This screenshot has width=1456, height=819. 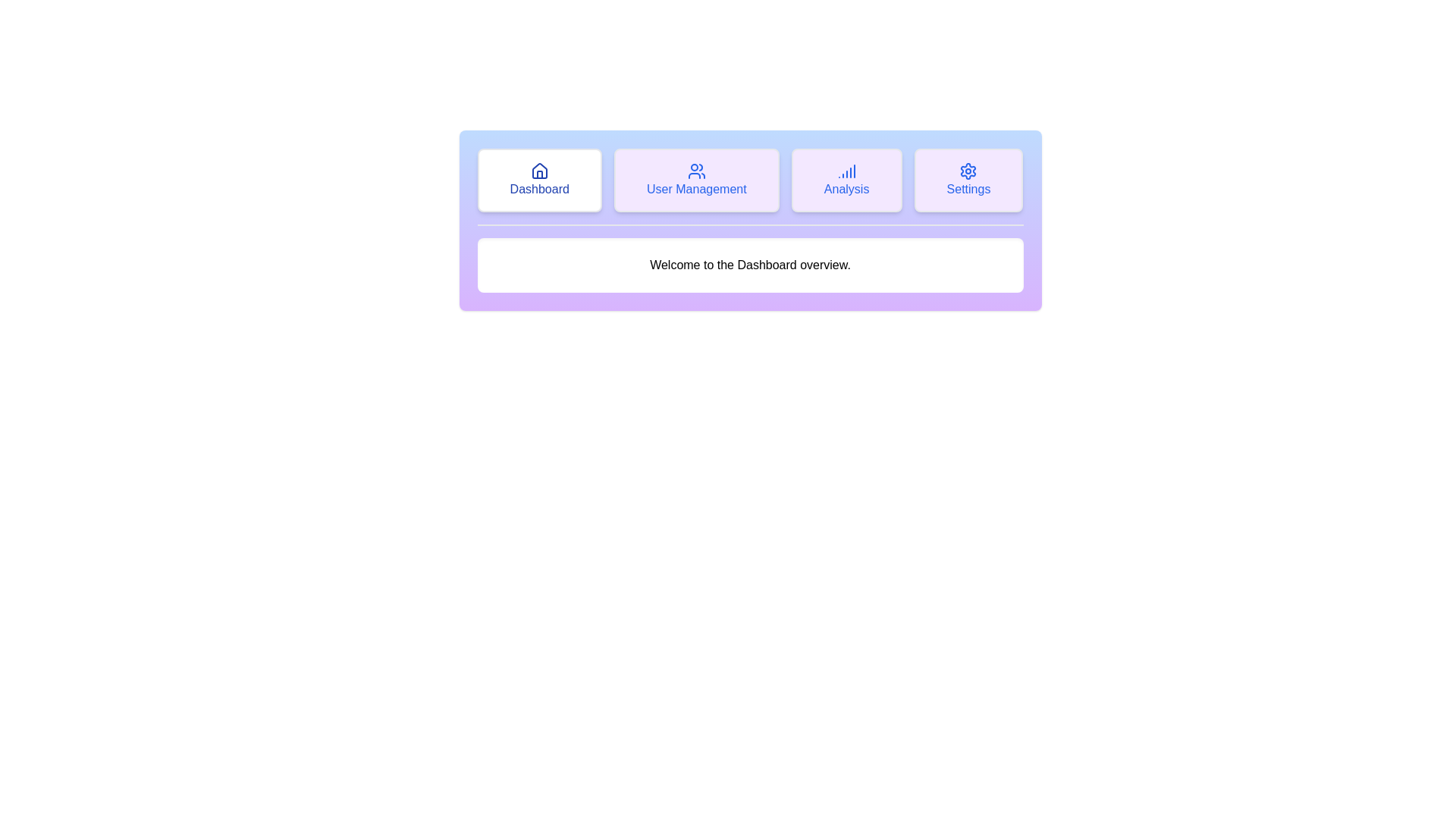 I want to click on the 'Analysis' button in the horizontal navigation menu, which has a light purple background, rounded corners, and features a blue signal bar chart icon above the text 'Analysis', so click(x=846, y=180).